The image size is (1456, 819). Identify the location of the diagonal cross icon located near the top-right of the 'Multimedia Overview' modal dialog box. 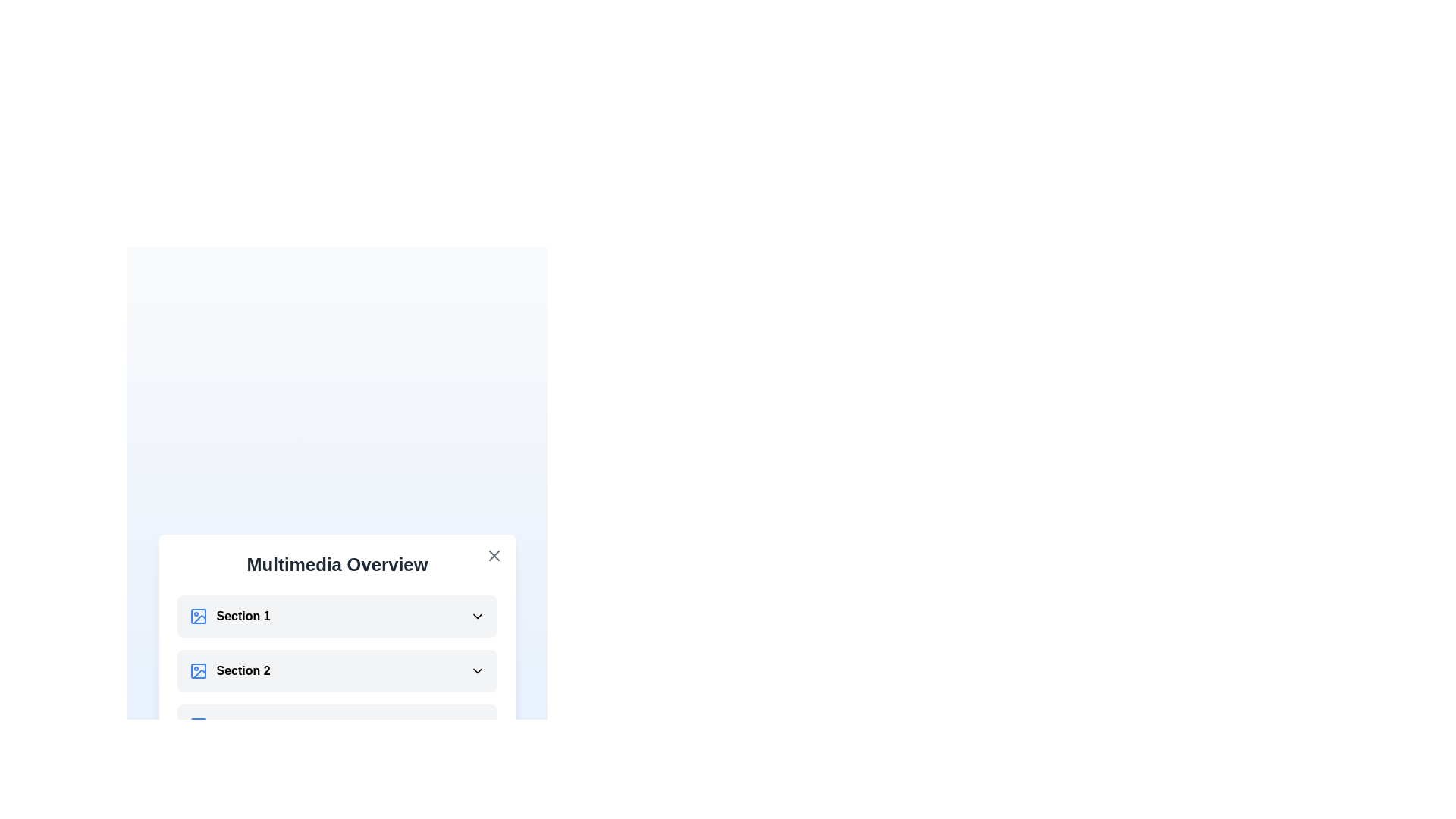
(494, 555).